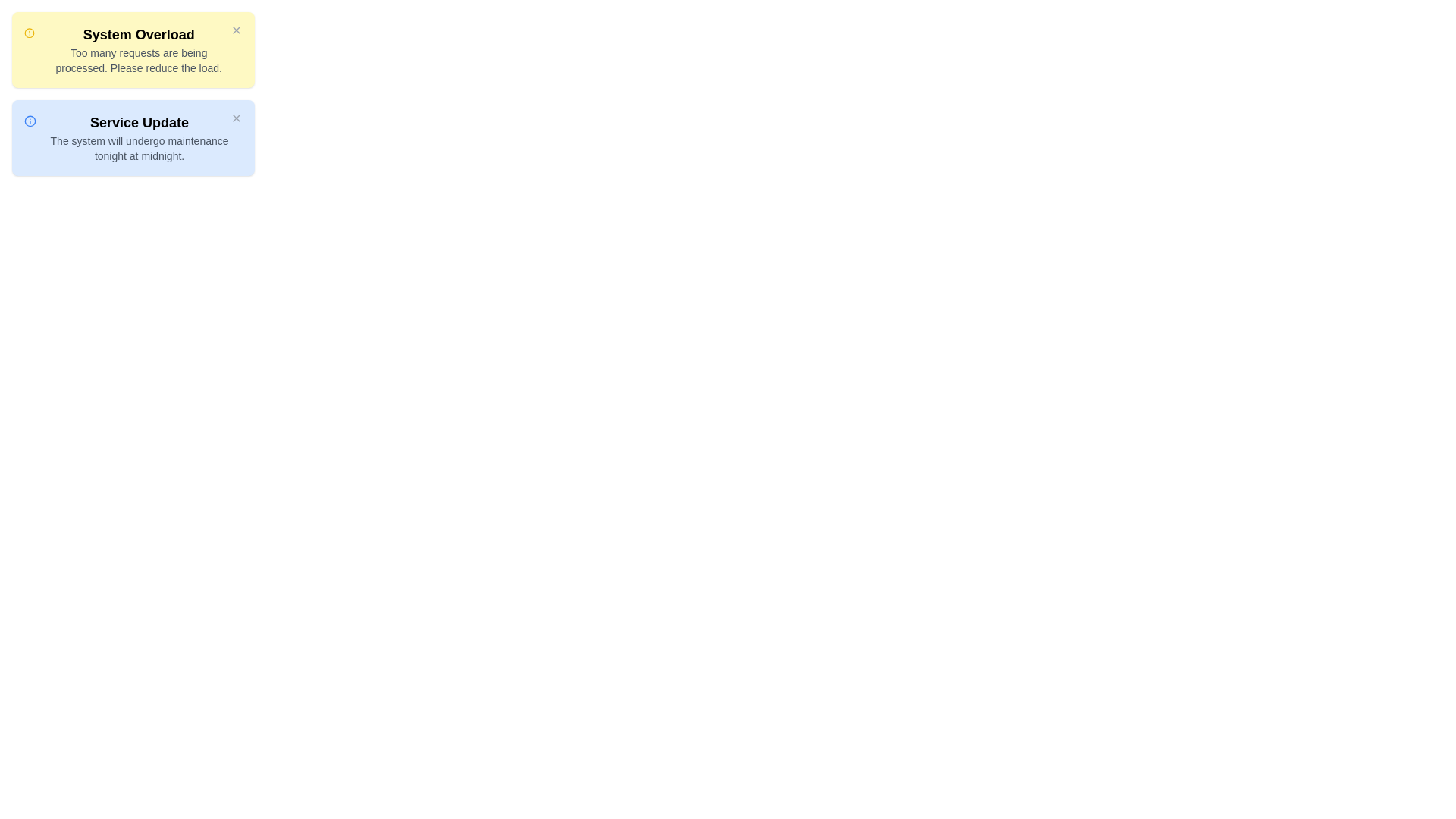  What do you see at coordinates (30, 33) in the screenshot?
I see `the filled circular alert icon that is positioned to the left of the 'System Overload' alert message` at bounding box center [30, 33].